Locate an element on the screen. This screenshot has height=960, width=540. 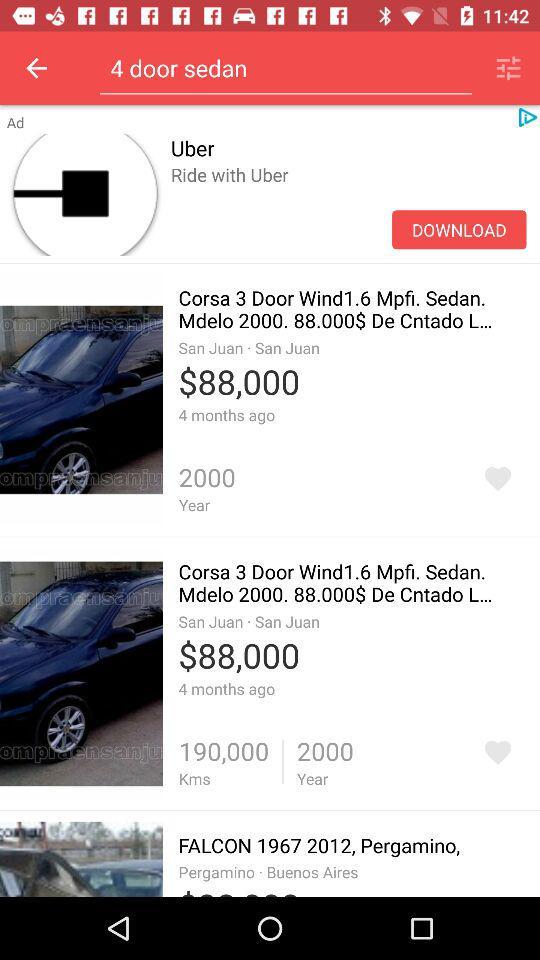
like option is located at coordinates (496, 478).